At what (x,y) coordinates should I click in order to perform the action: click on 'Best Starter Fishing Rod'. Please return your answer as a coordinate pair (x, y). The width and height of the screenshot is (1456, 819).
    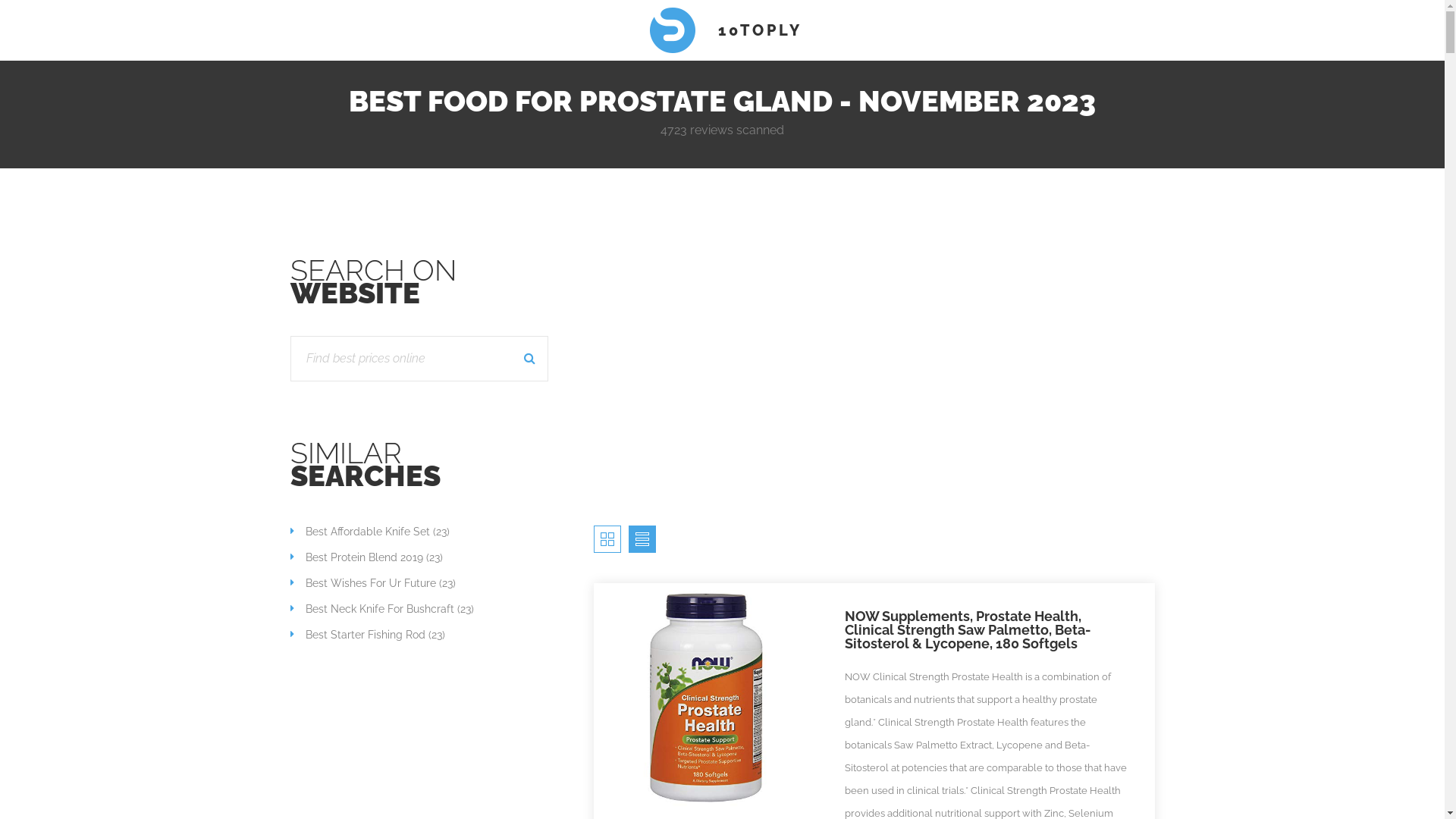
    Looking at the image, I should click on (356, 635).